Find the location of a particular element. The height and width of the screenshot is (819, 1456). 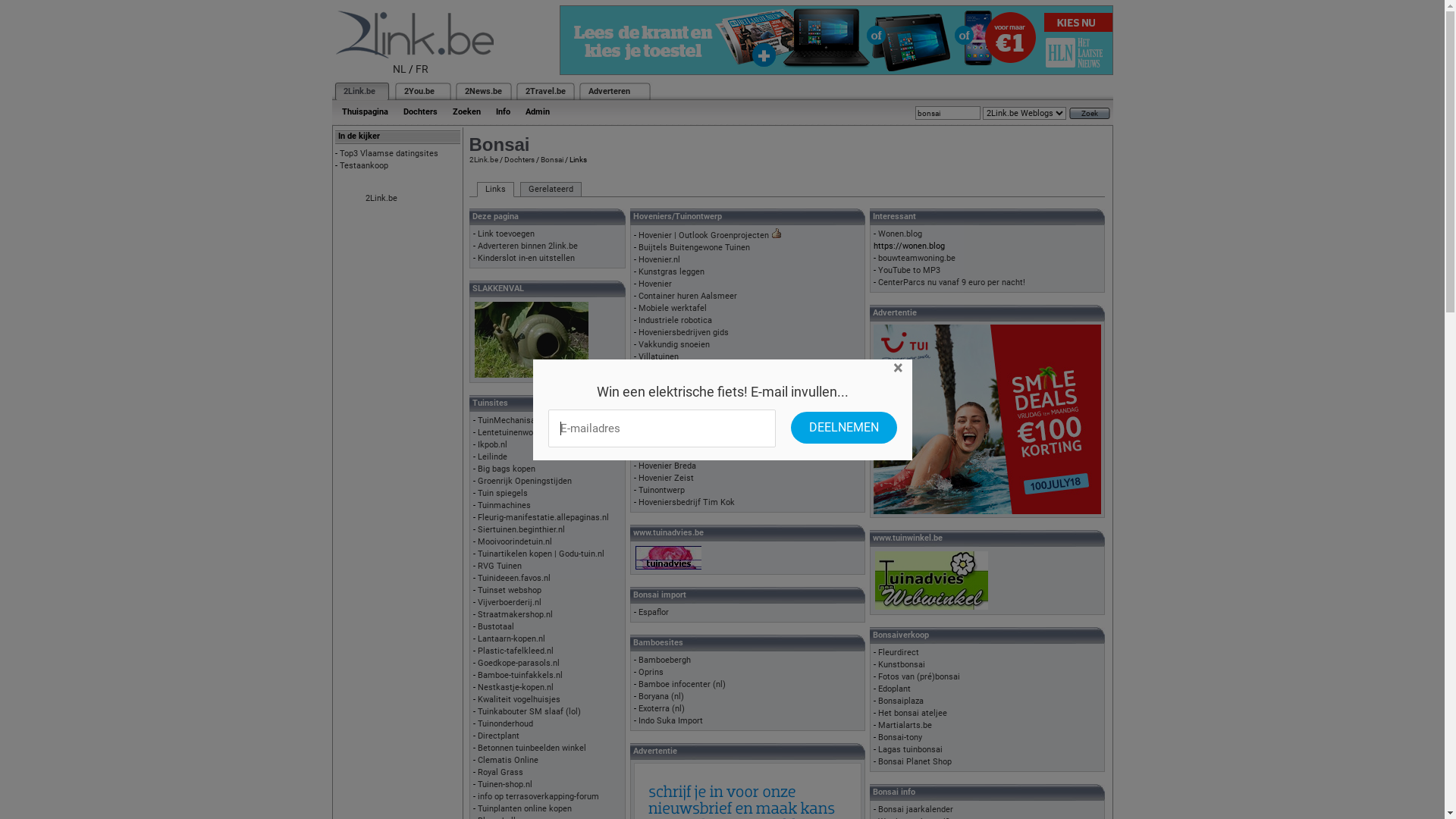

'Hoveniersbedrijf Tim Kok' is located at coordinates (686, 502).